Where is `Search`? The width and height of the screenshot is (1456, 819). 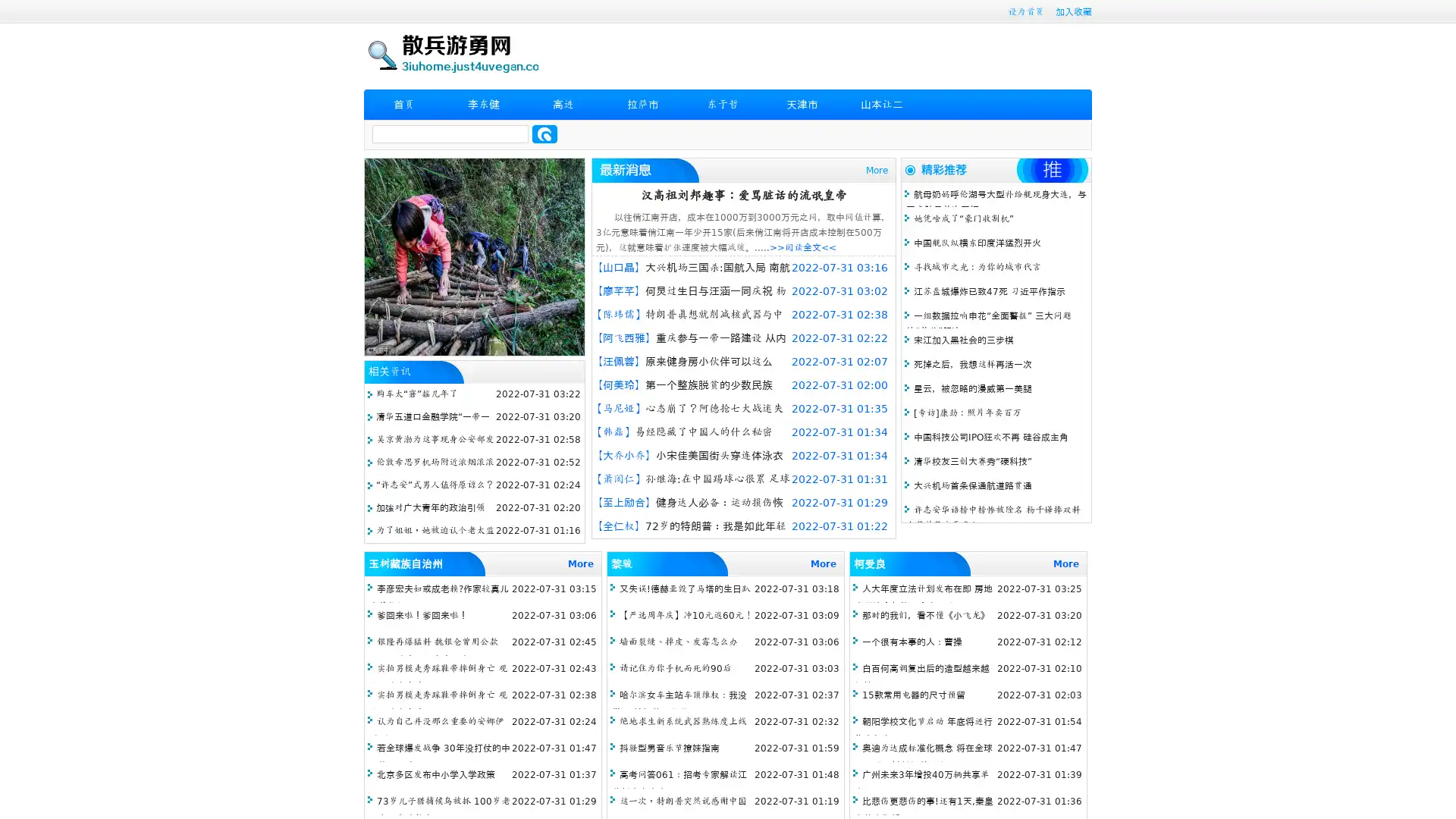 Search is located at coordinates (544, 133).